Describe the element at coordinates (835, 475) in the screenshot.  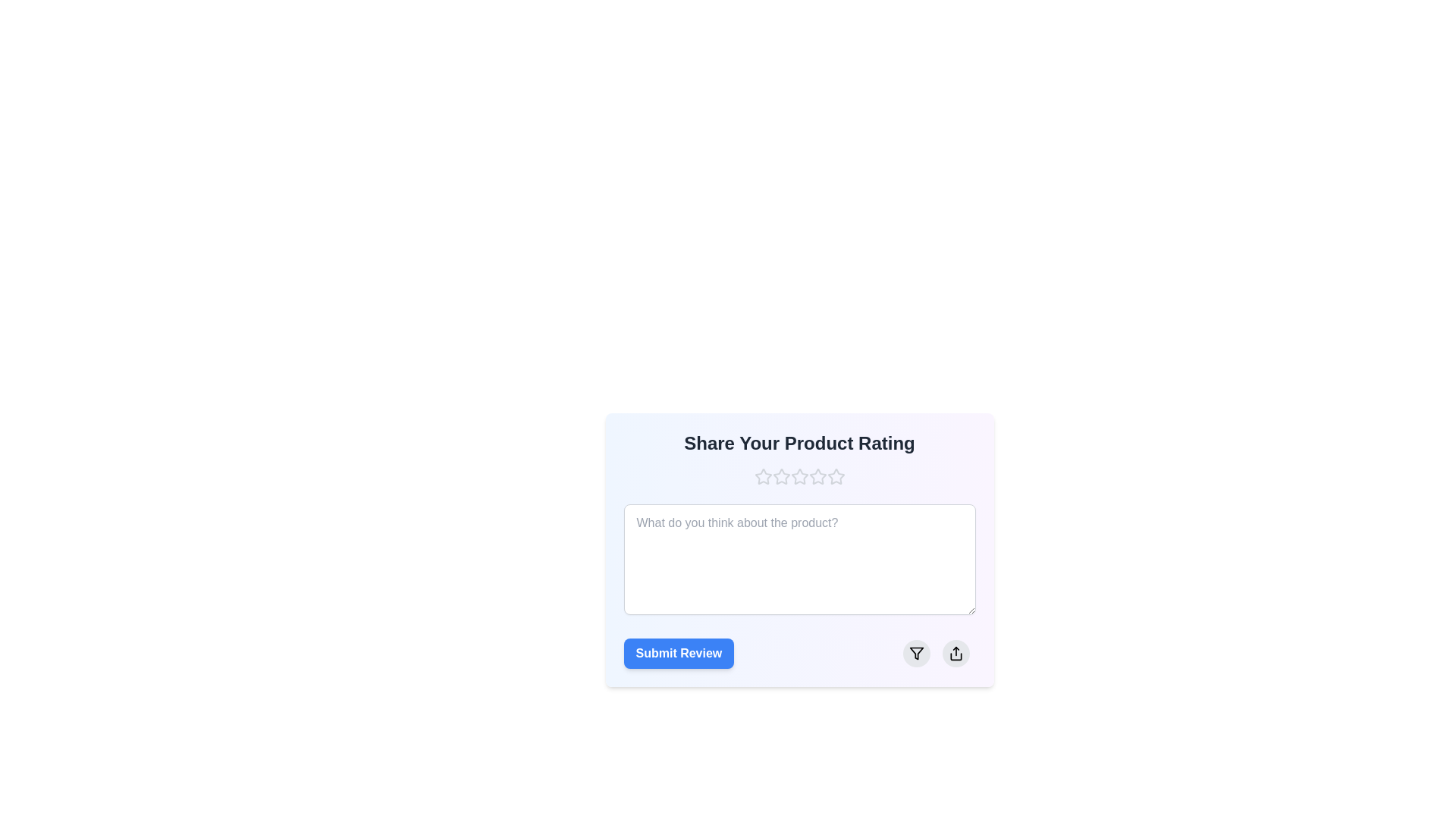
I see `the fifth interactive star icon in the 'Share Your Product Rating' section, which is outlined in gray and part of a horizontal sequence of five stars` at that location.